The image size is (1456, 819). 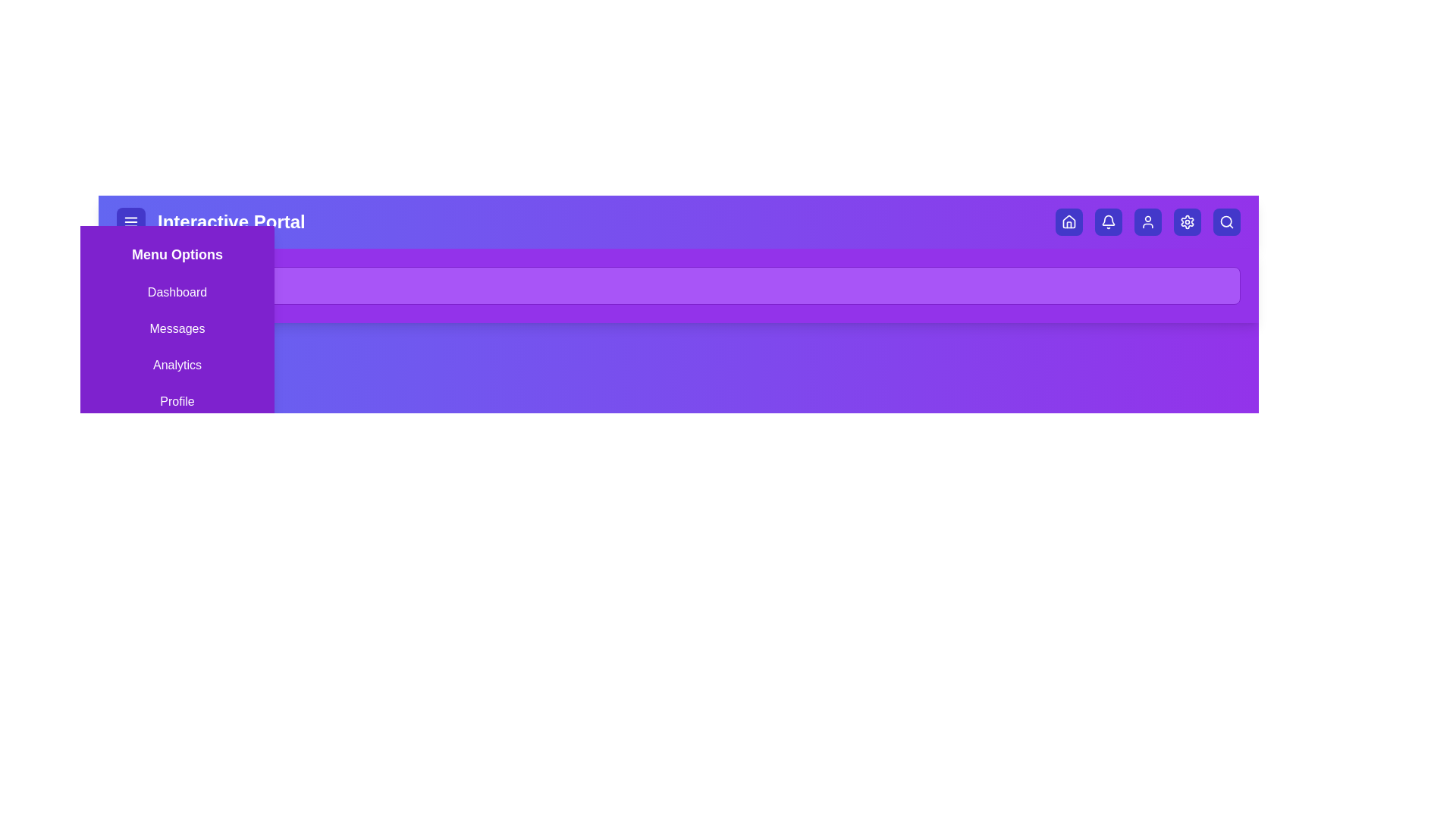 I want to click on the search bar and input the text 'example query', so click(x=677, y=286).